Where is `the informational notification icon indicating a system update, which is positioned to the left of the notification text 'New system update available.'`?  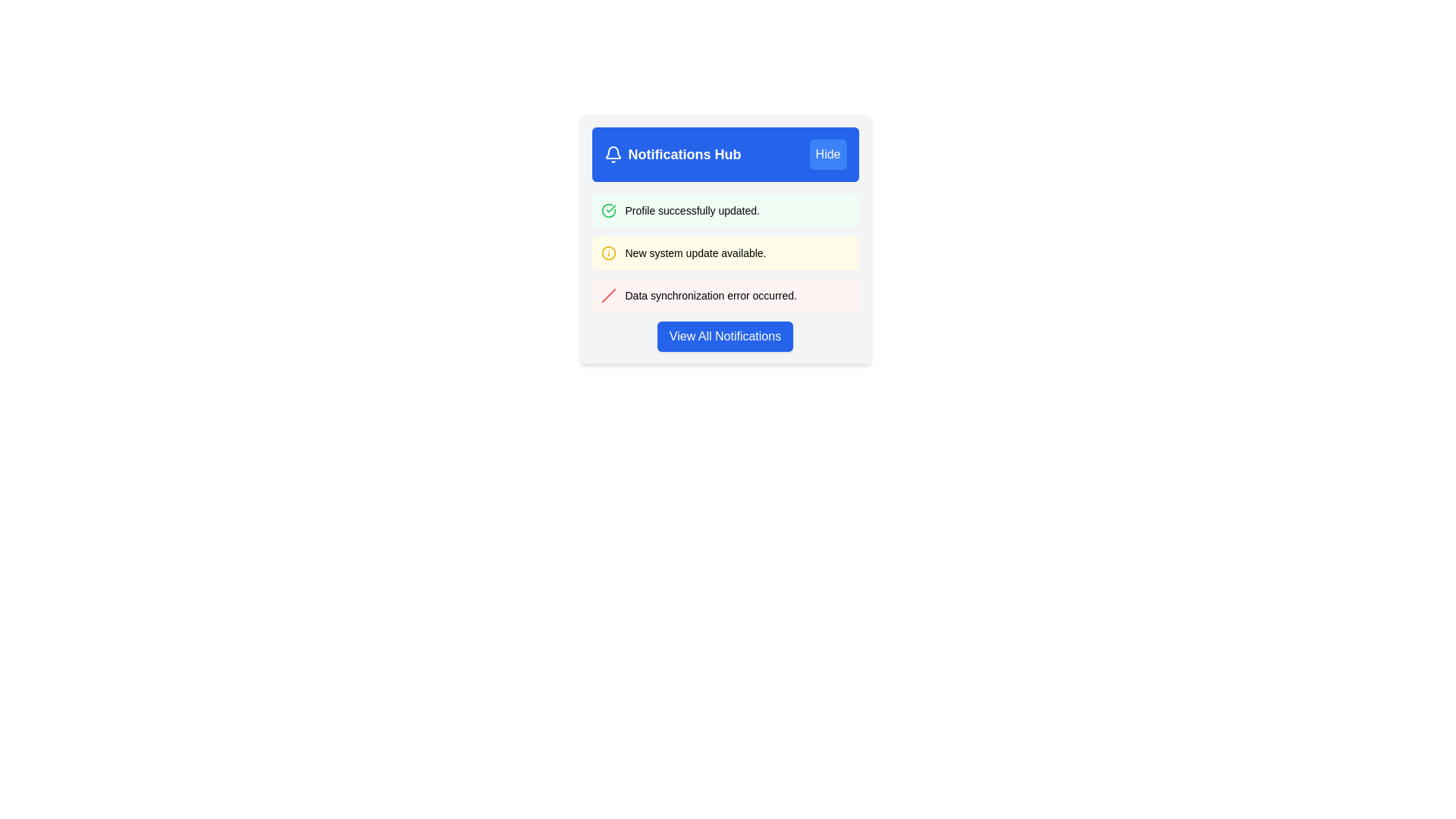 the informational notification icon indicating a system update, which is positioned to the left of the notification text 'New system update available.' is located at coordinates (608, 253).